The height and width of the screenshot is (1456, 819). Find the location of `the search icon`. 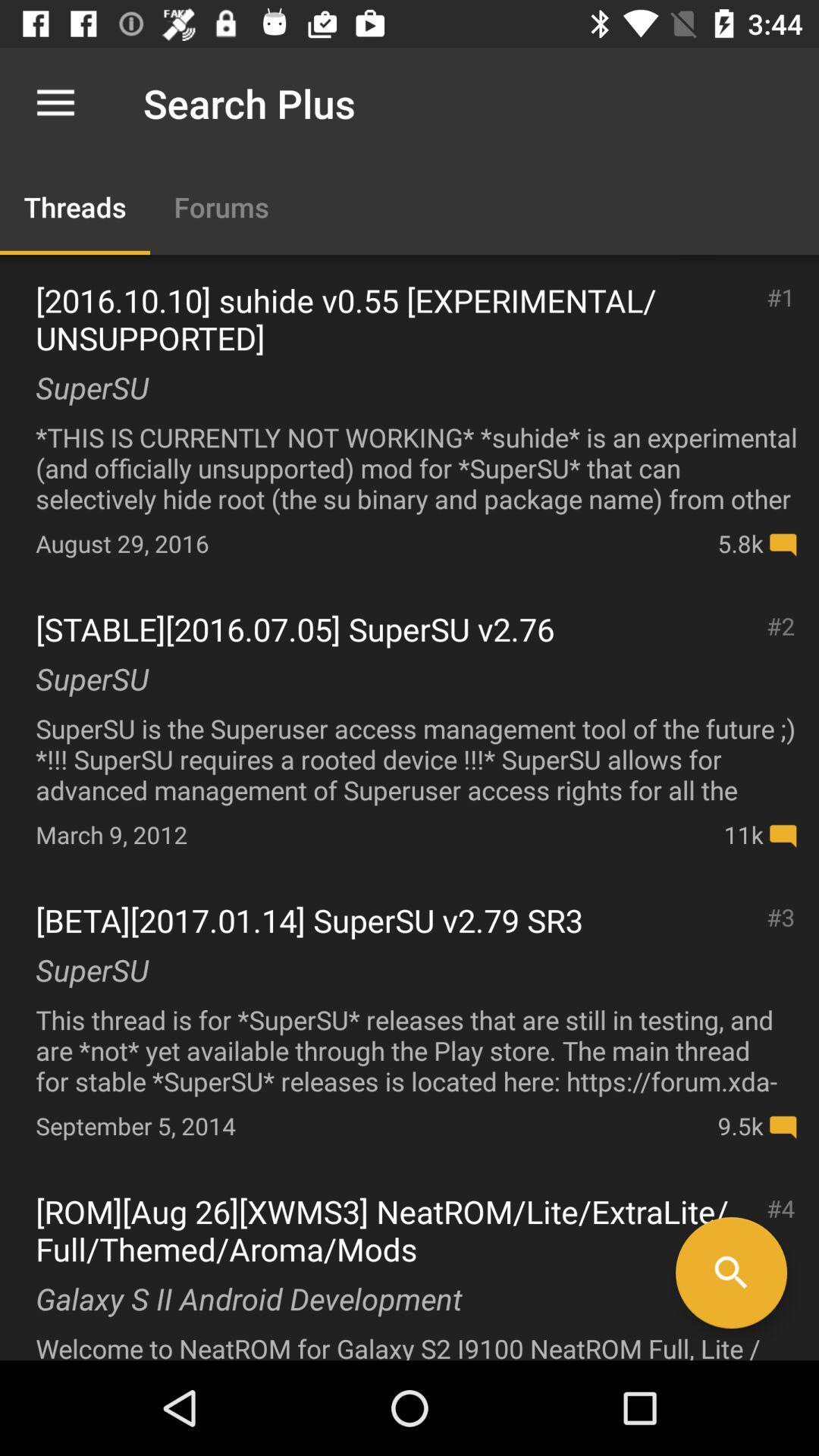

the search icon is located at coordinates (730, 1272).